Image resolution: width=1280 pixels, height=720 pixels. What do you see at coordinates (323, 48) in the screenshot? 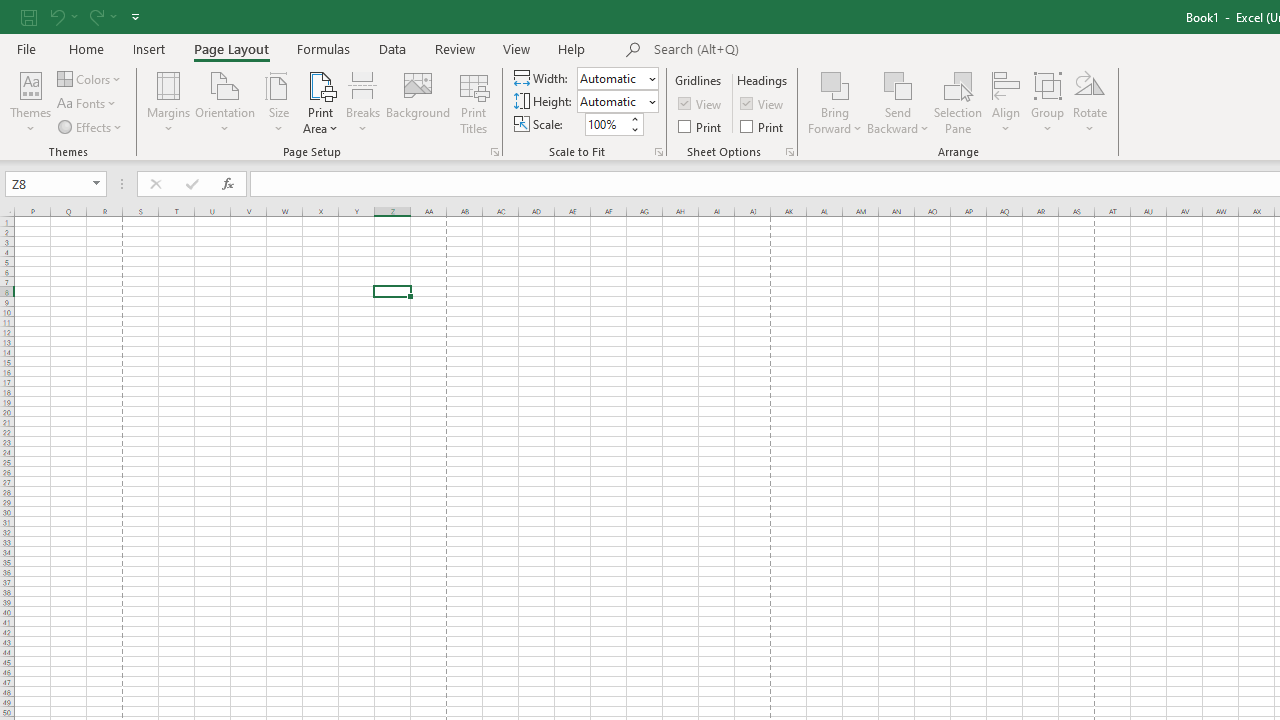
I see `'Formulas'` at bounding box center [323, 48].